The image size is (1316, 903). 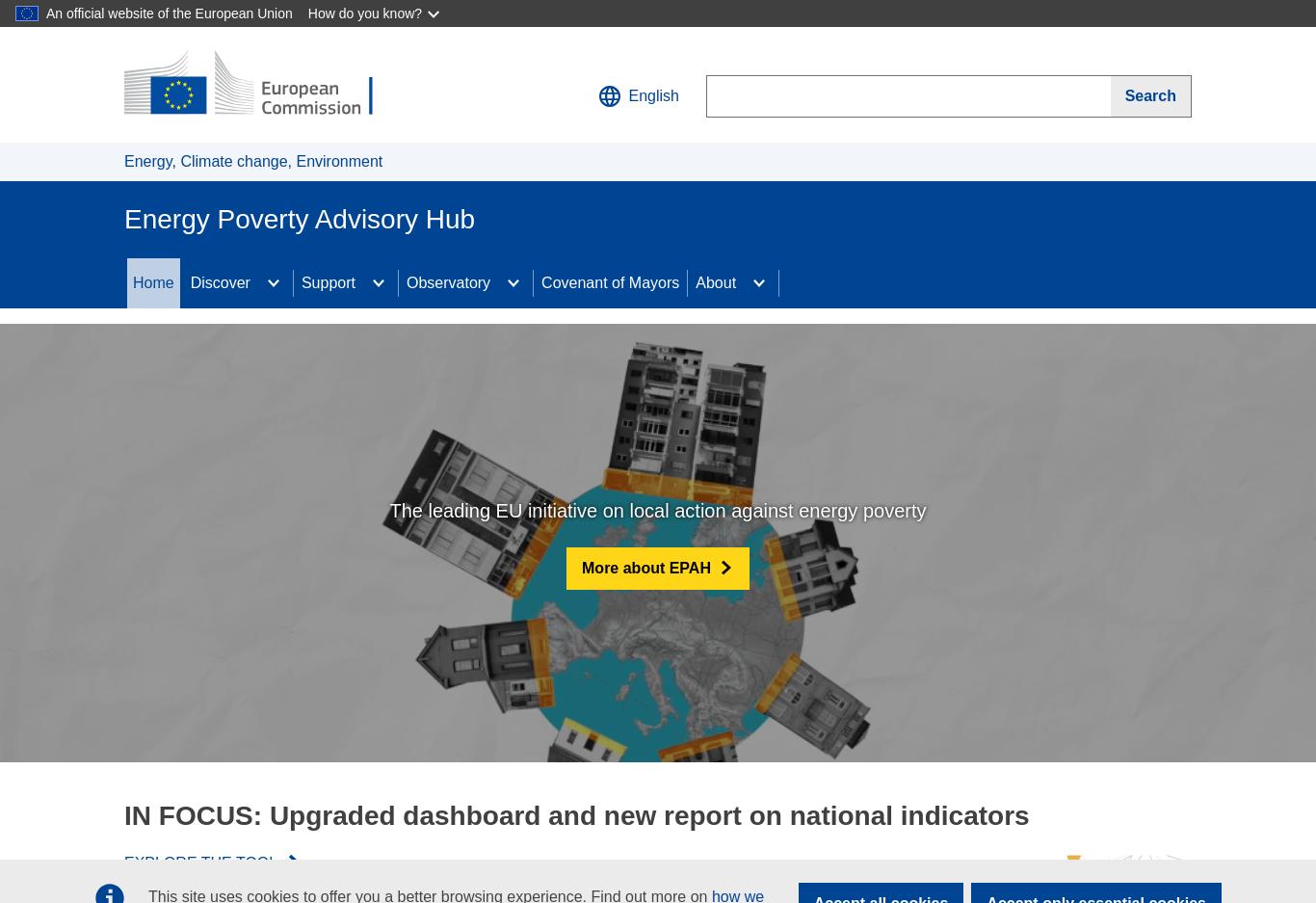 What do you see at coordinates (252, 370) in the screenshot?
I see `'EPAH publications'` at bounding box center [252, 370].